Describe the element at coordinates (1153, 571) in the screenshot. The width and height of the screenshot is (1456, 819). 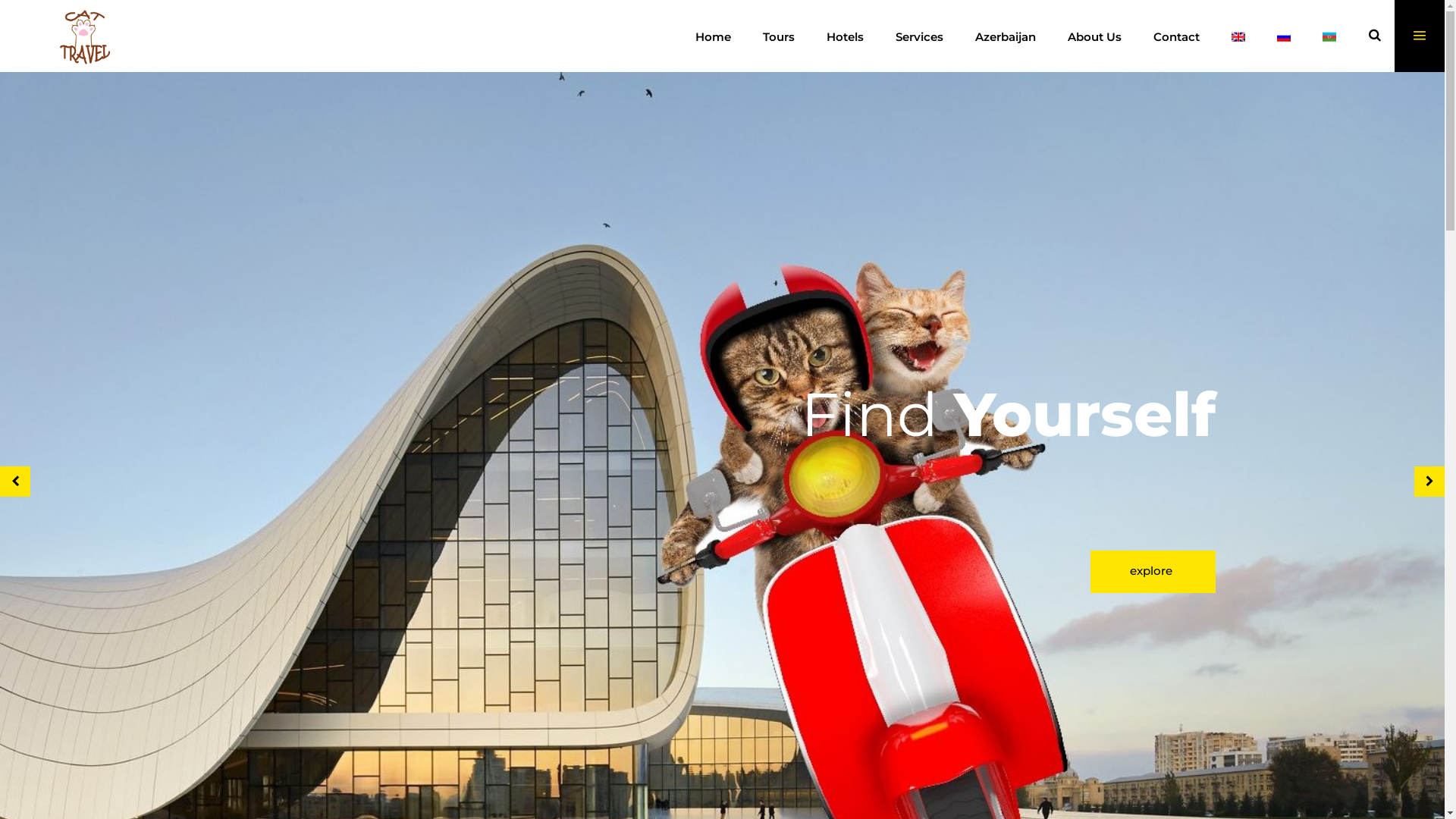
I see `'explore'` at that location.